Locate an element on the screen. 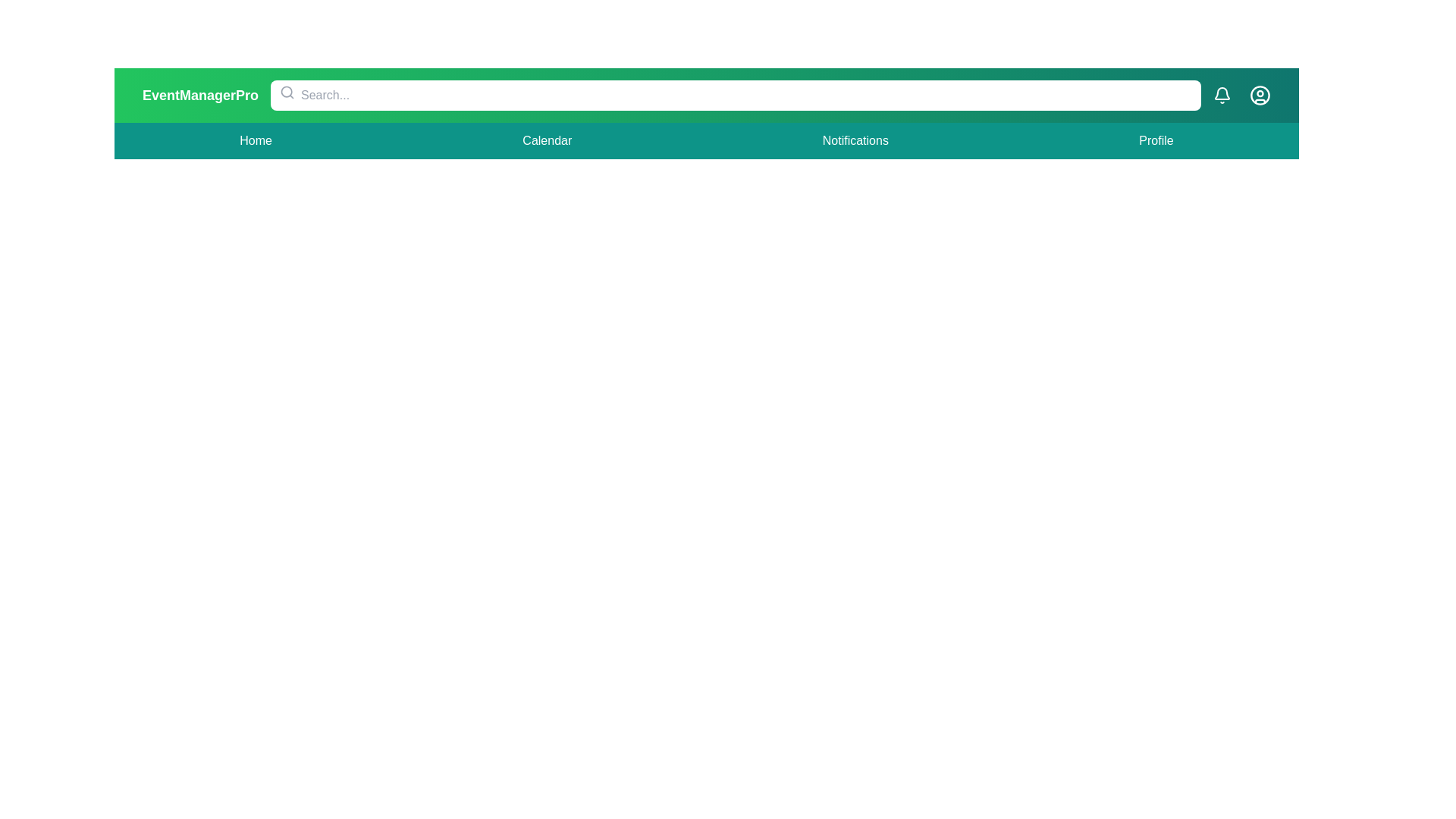 This screenshot has width=1456, height=819. the menu item Home from the navigation bar is located at coordinates (256, 140).